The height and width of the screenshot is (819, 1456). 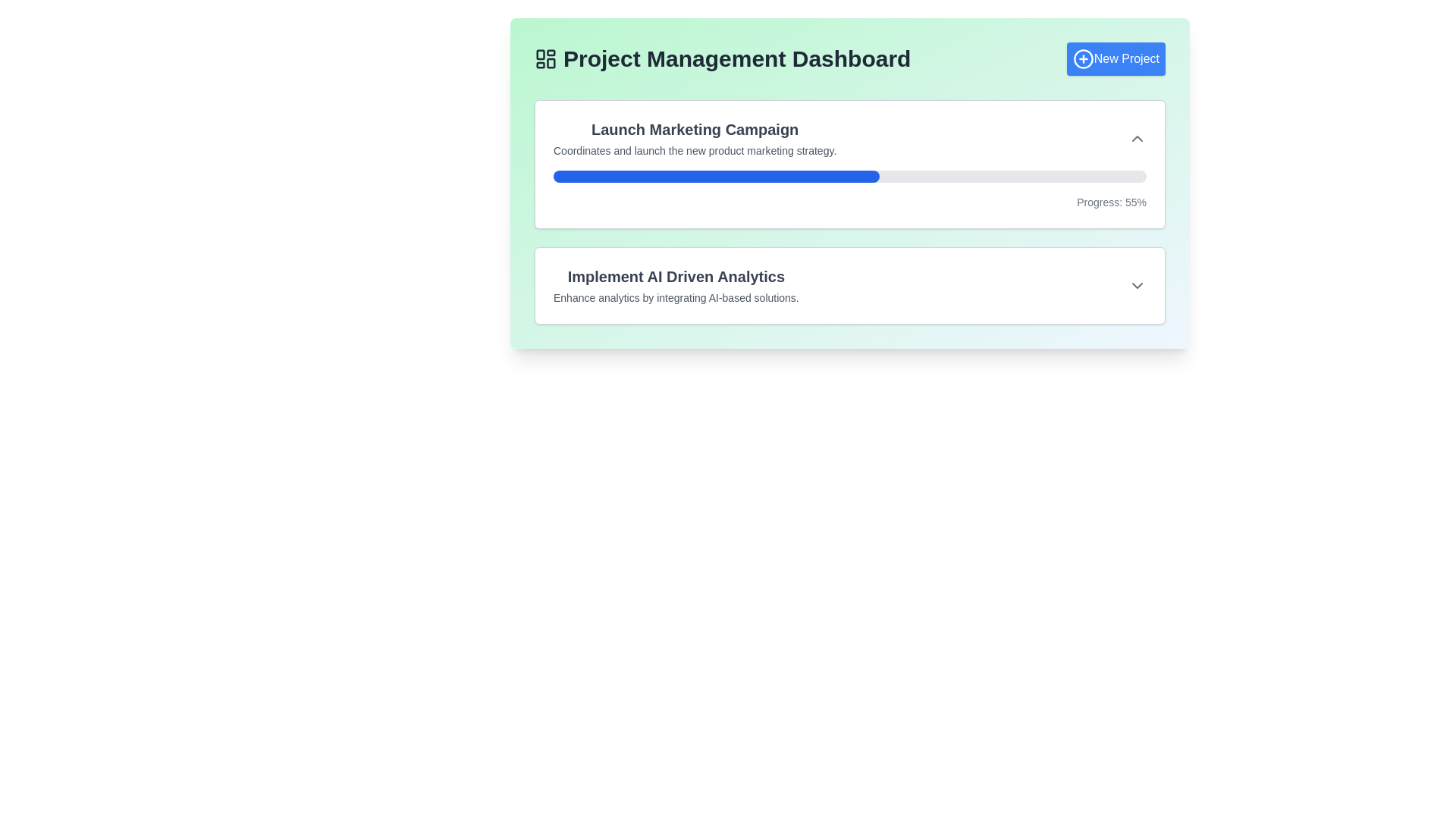 I want to click on the top-left rectangle of the grid-like icon near the text 'Project Management Dashboard', so click(x=541, y=54).